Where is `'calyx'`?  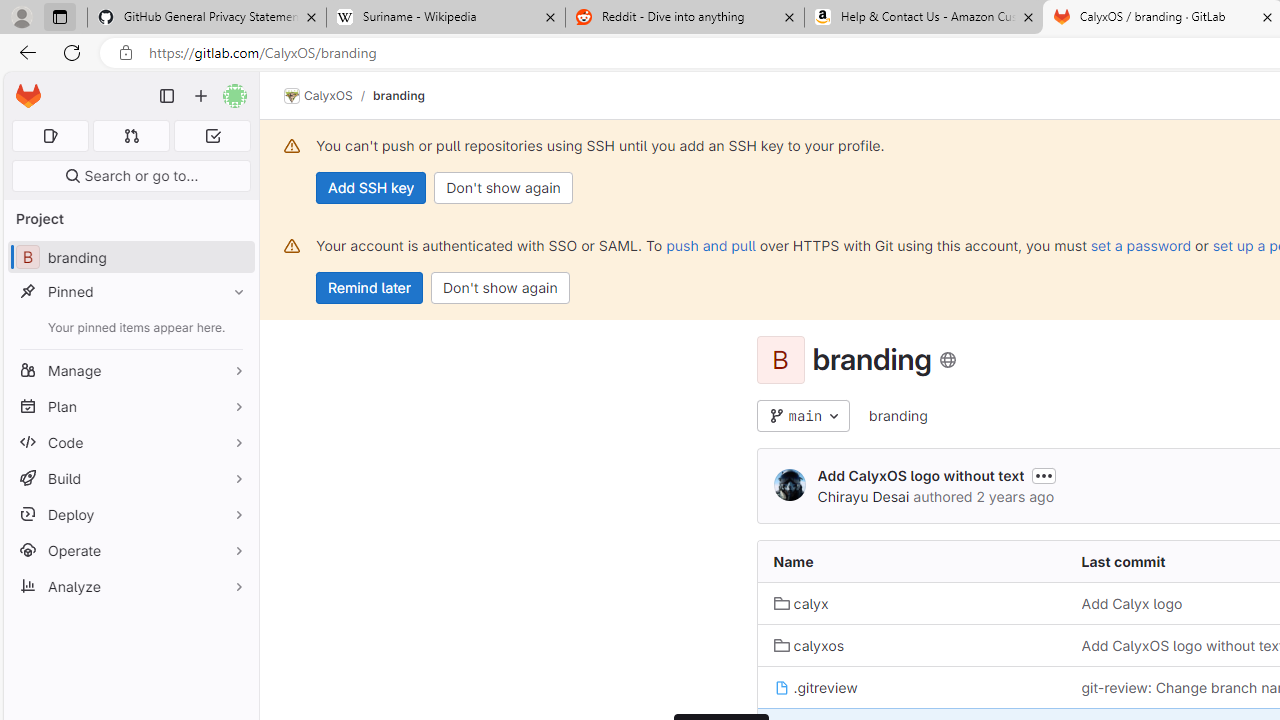 'calyx' is located at coordinates (801, 602).